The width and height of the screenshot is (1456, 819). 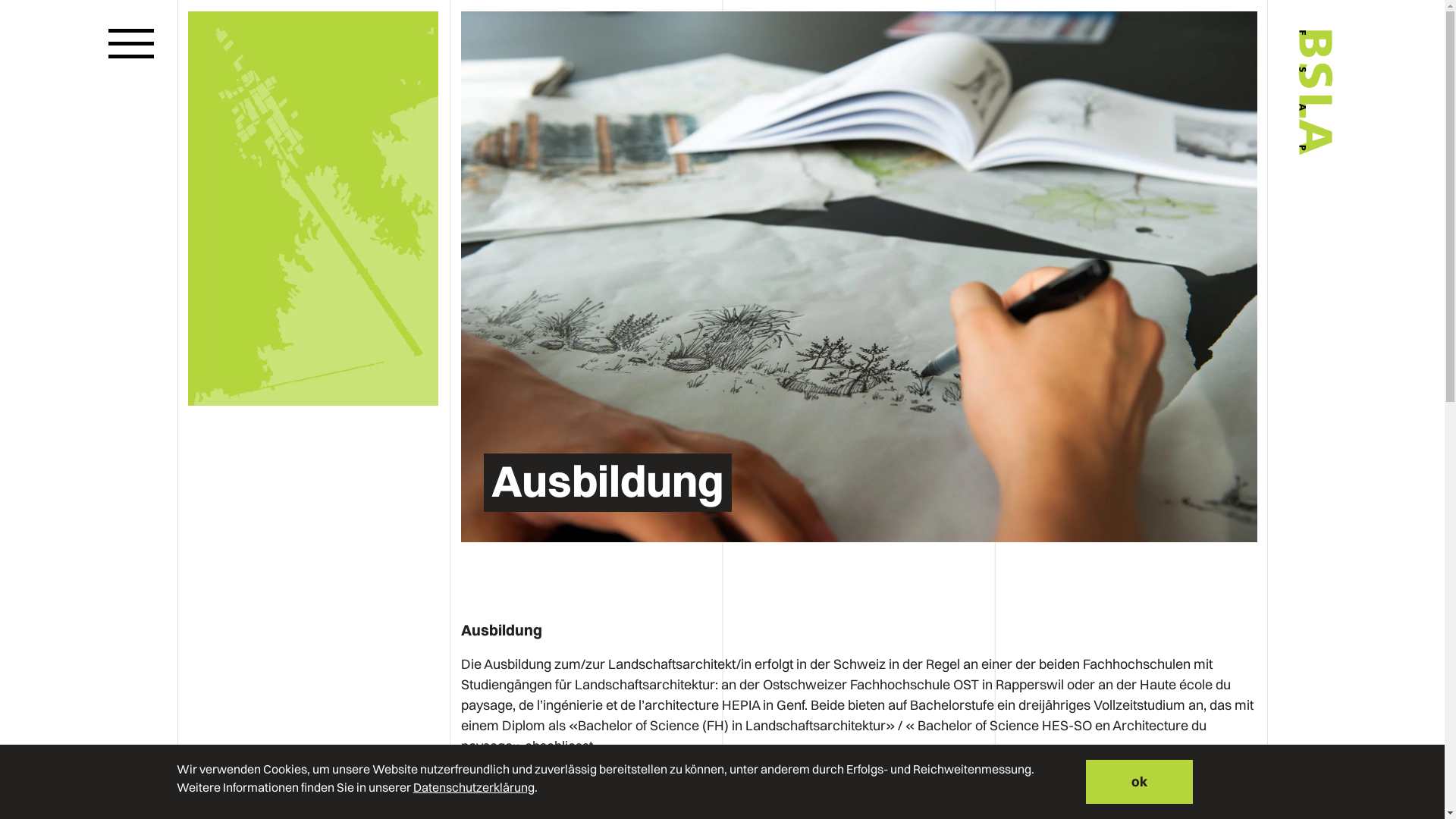 What do you see at coordinates (1139, 781) in the screenshot?
I see `'ok'` at bounding box center [1139, 781].